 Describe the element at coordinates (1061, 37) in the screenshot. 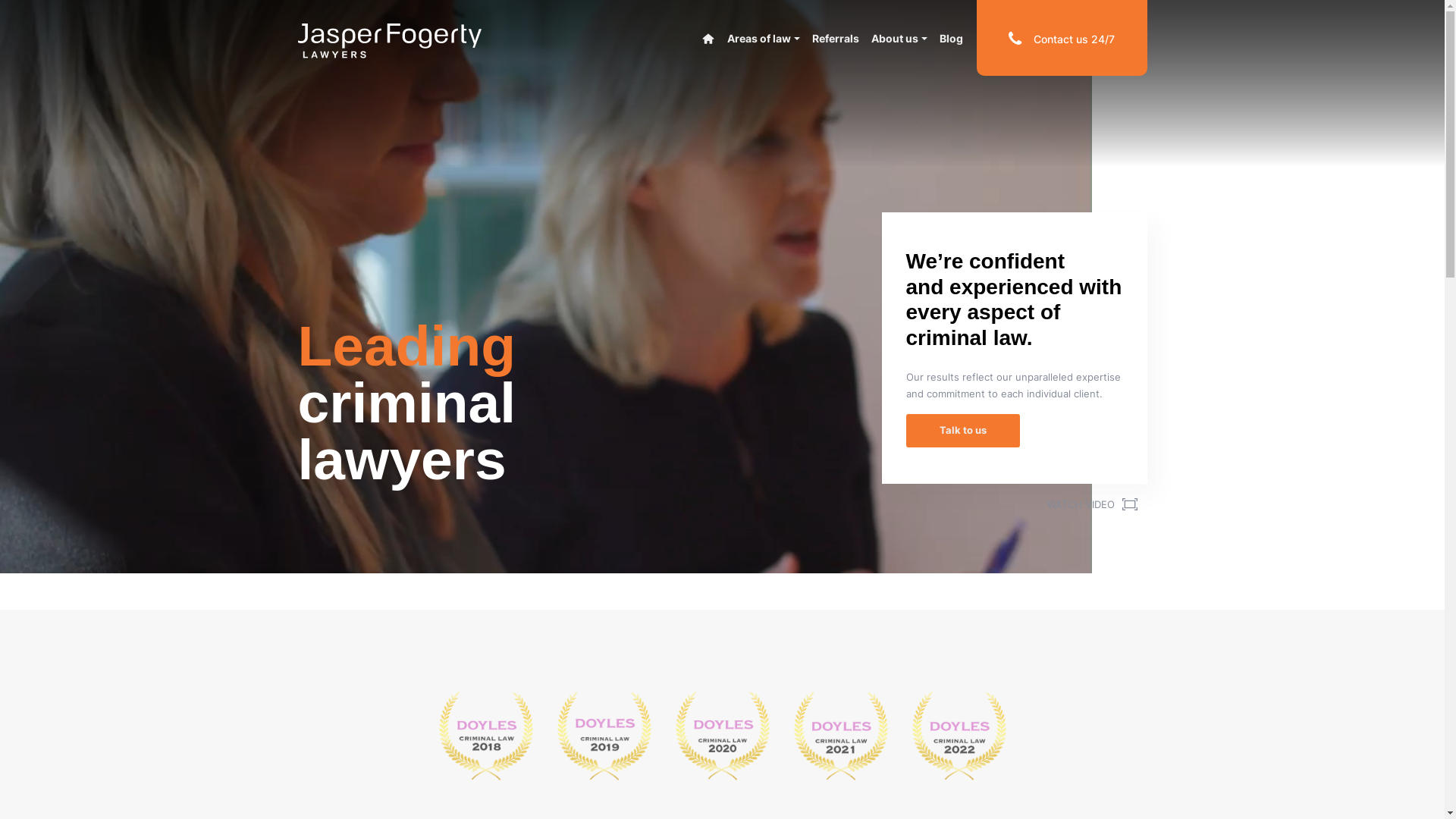

I see `'Contact us 24/7'` at that location.